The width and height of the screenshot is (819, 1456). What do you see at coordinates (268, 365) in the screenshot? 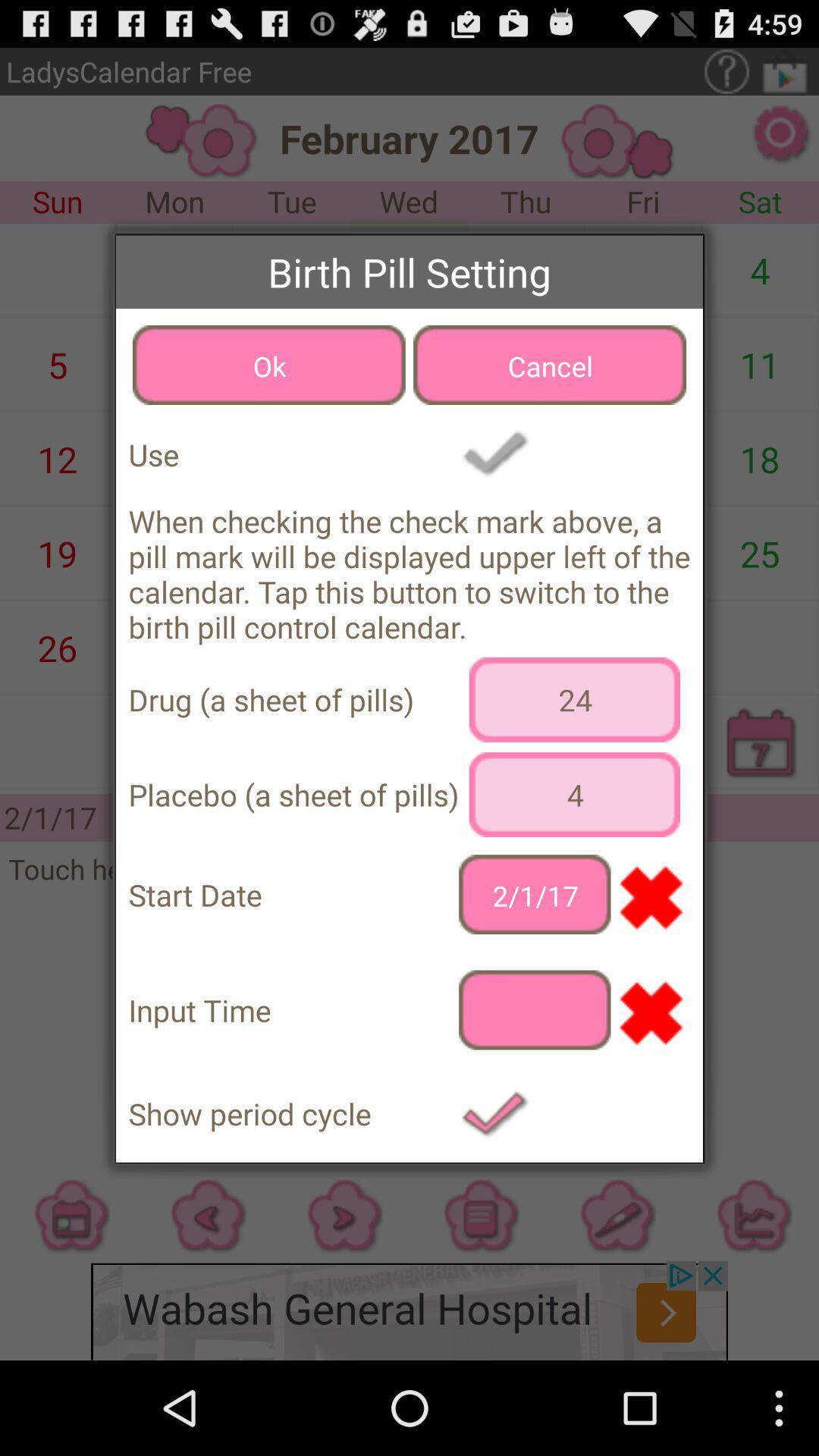
I see `ok` at bounding box center [268, 365].